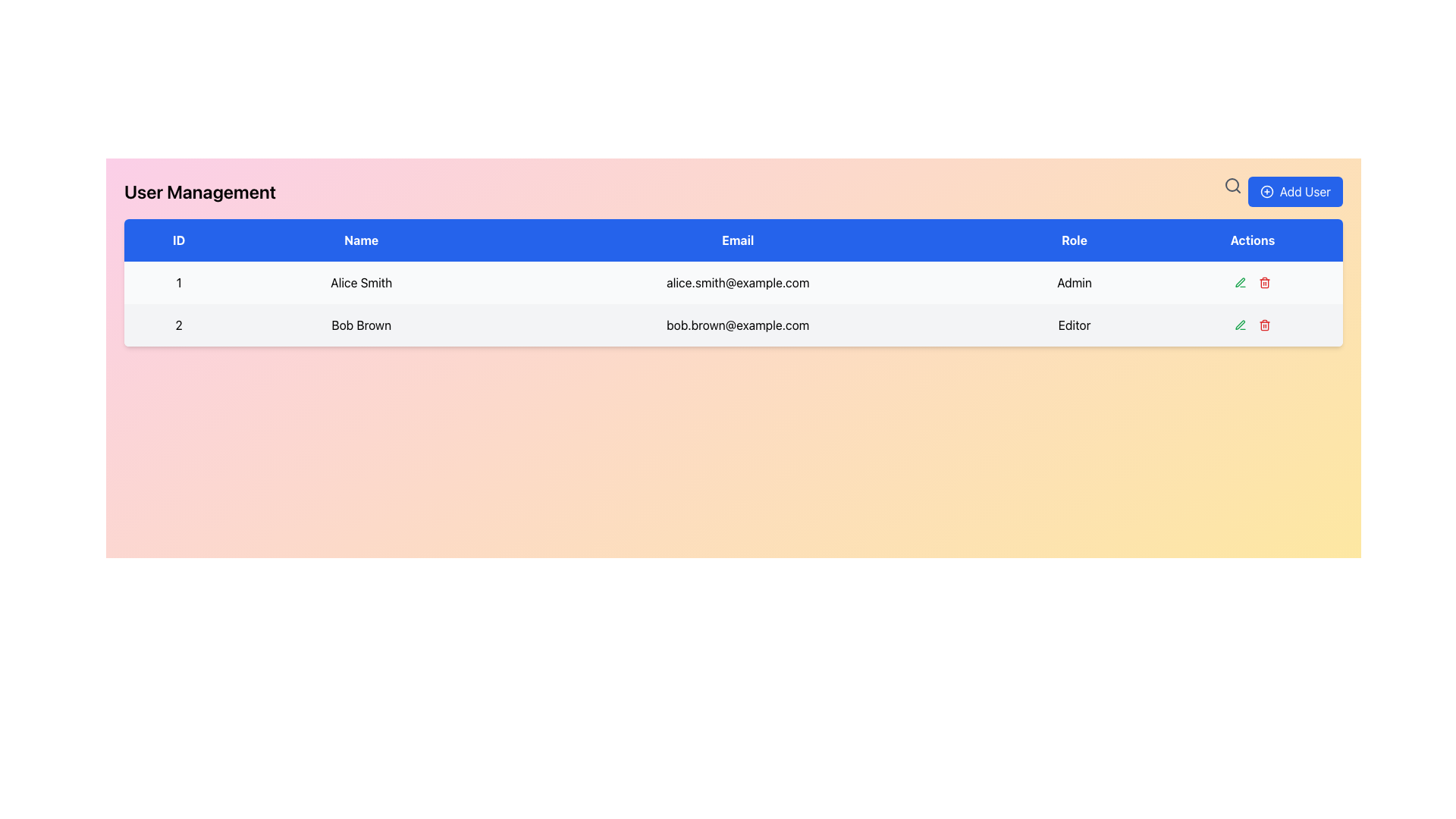 The image size is (1456, 819). I want to click on the centered numerical text '1' in the first column of the user management table's first row, located under the 'ID' column header, so click(179, 283).